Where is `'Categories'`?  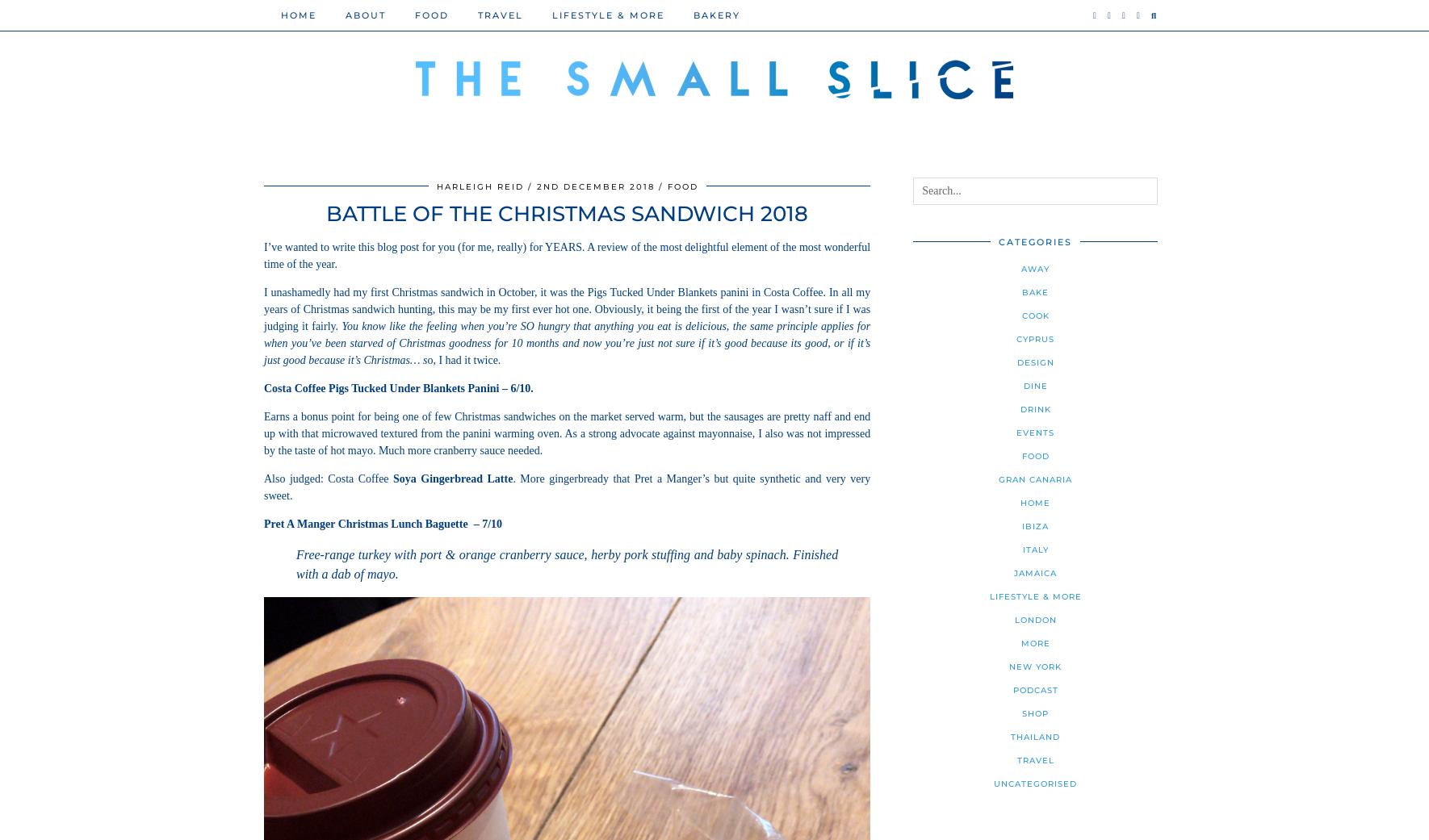
'Categories' is located at coordinates (1034, 241).